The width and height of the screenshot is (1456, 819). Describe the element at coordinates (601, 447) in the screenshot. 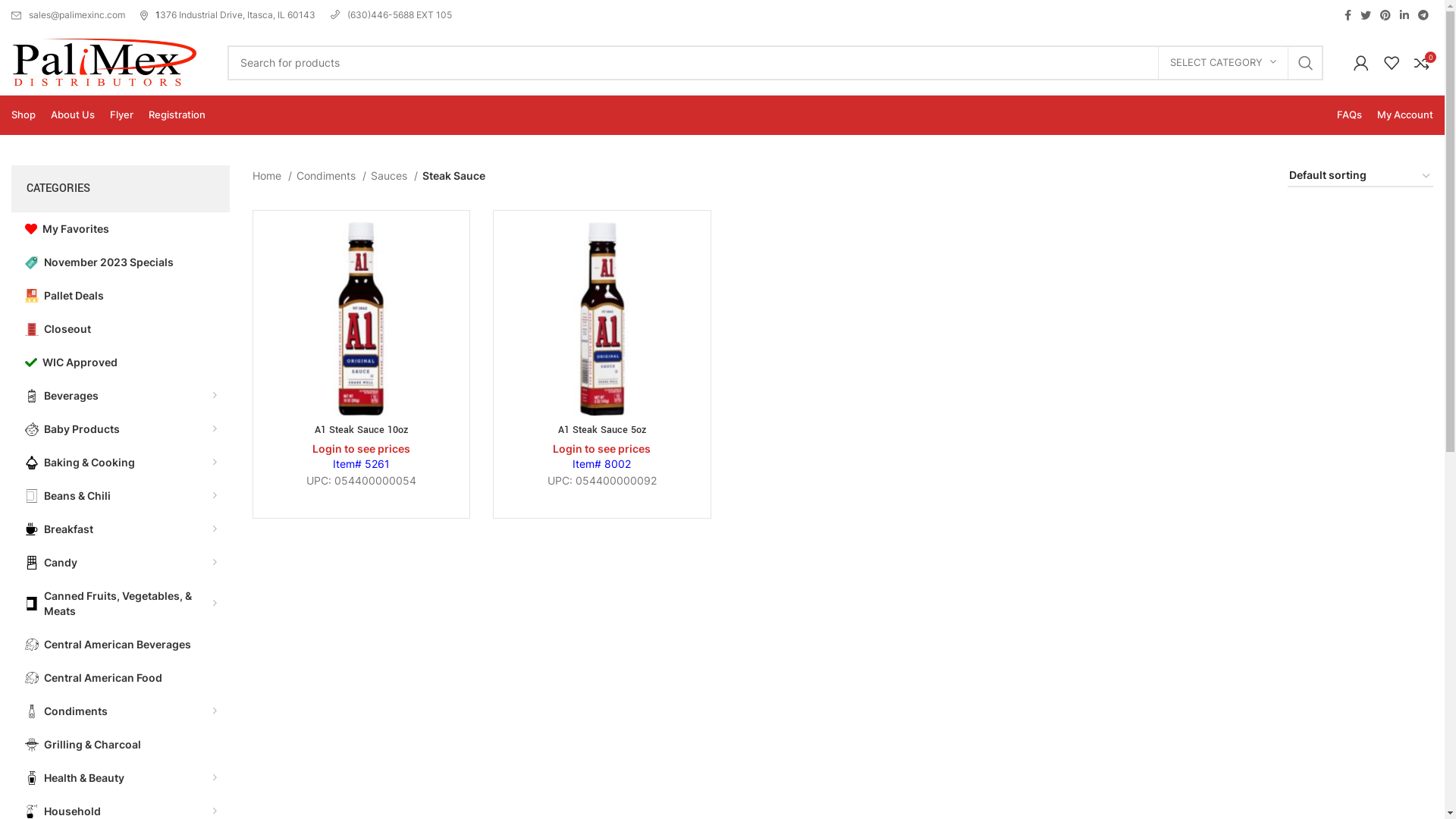

I see `'Login to see prices'` at that location.